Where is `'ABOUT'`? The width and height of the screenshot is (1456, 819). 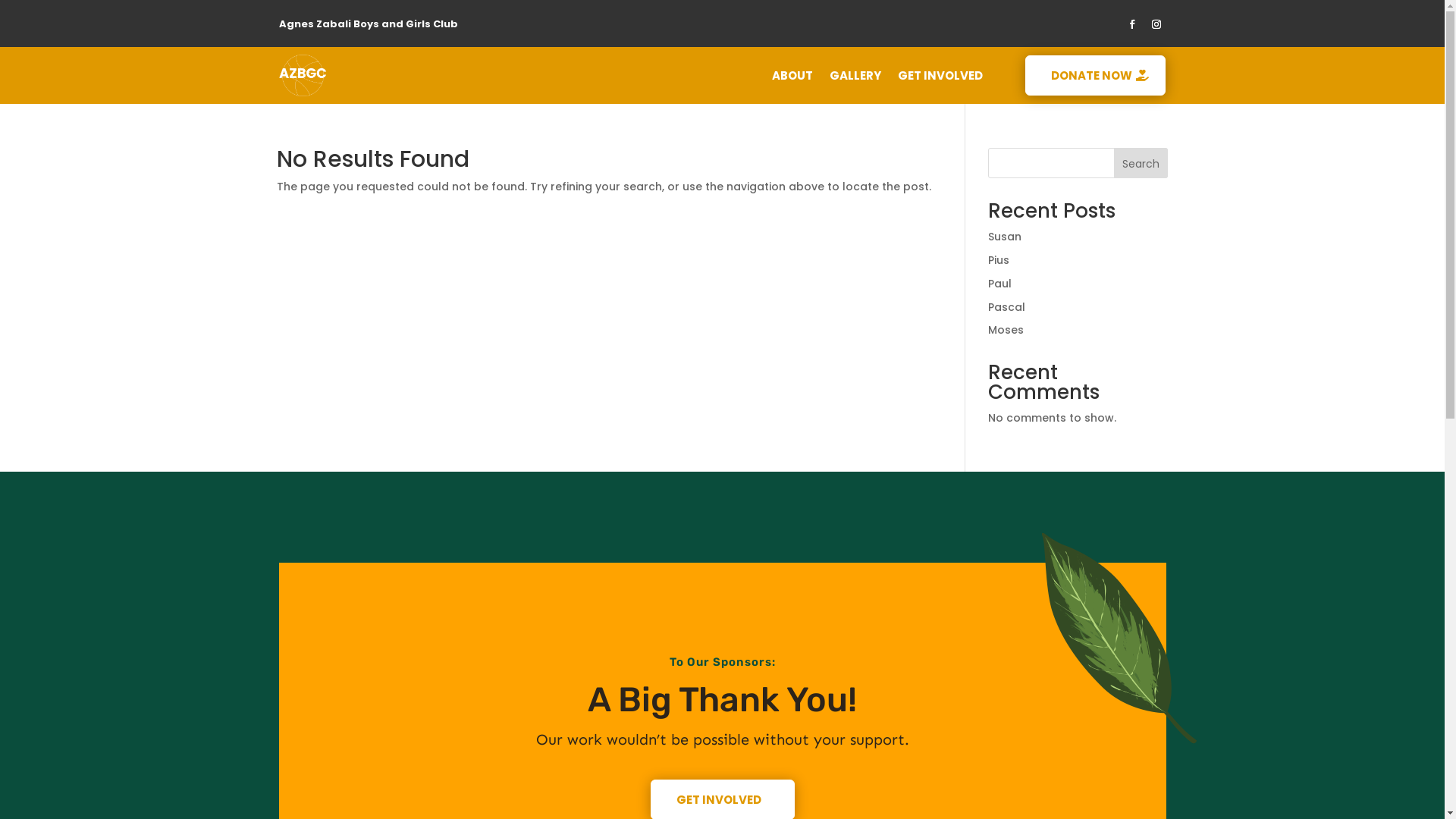
'ABOUT' is located at coordinates (792, 79).